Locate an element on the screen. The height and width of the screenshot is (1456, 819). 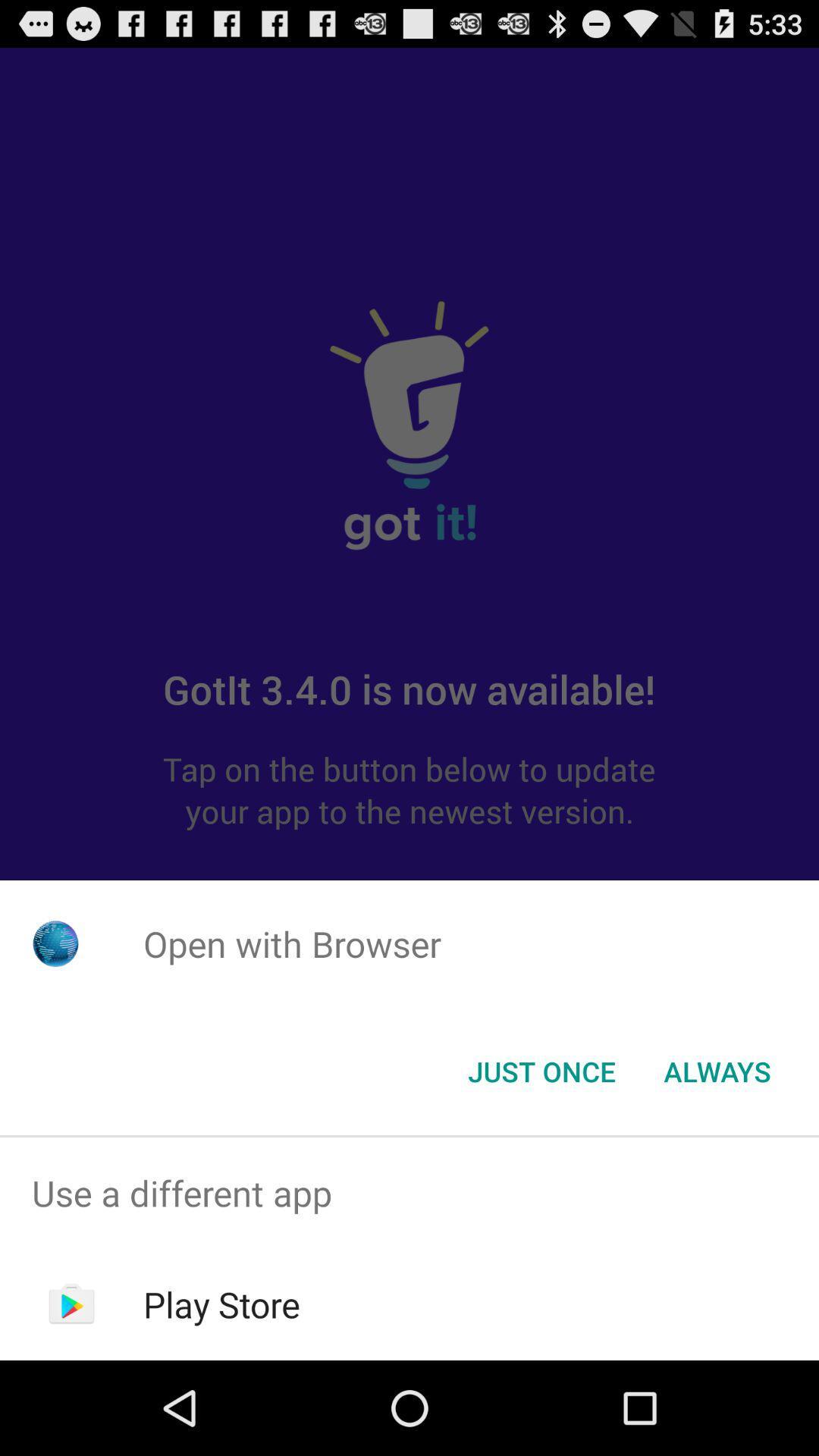
the play store is located at coordinates (221, 1304).